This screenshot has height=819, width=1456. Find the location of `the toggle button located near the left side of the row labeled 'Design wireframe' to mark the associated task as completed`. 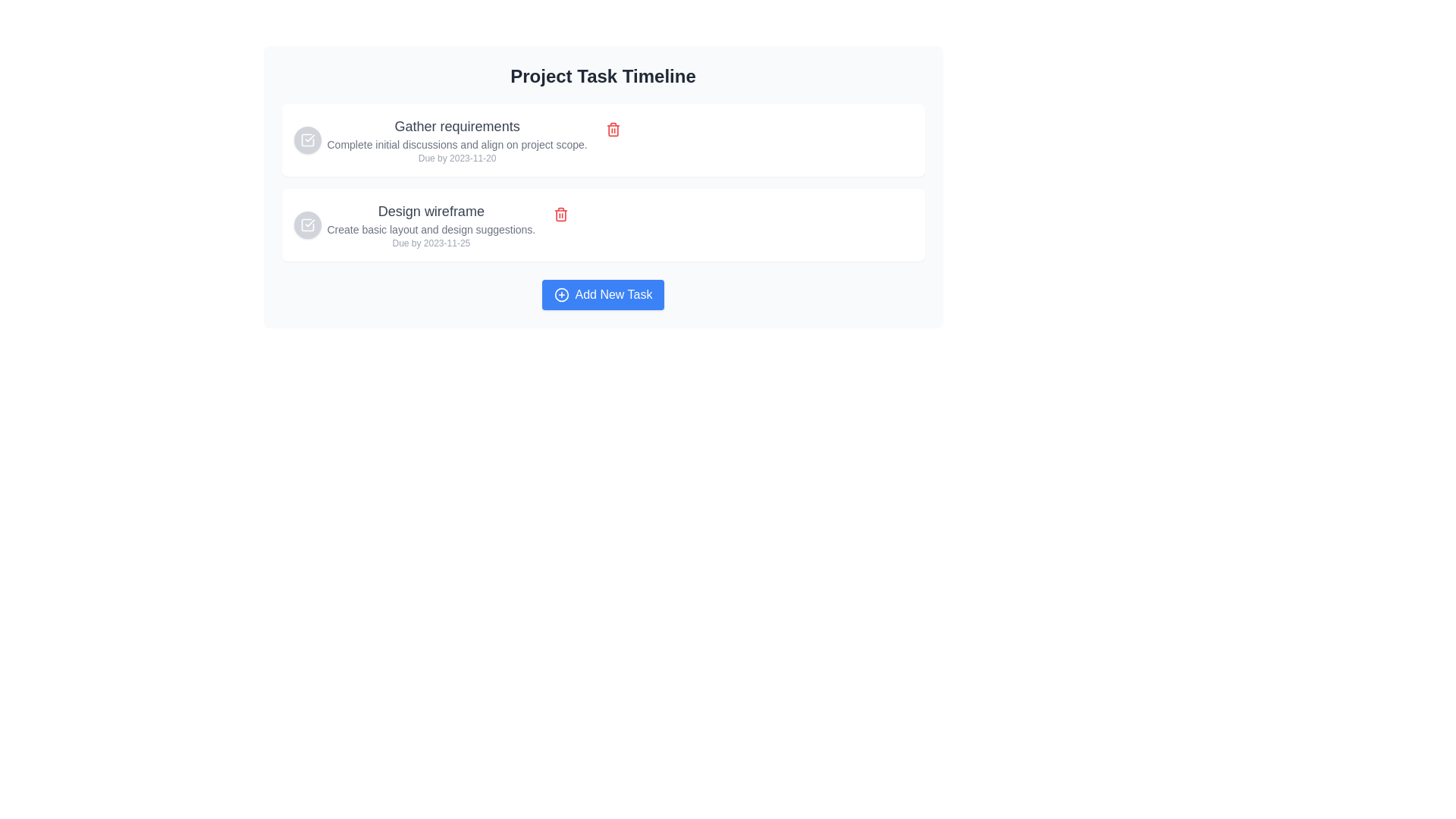

the toggle button located near the left side of the row labeled 'Design wireframe' to mark the associated task as completed is located at coordinates (306, 225).